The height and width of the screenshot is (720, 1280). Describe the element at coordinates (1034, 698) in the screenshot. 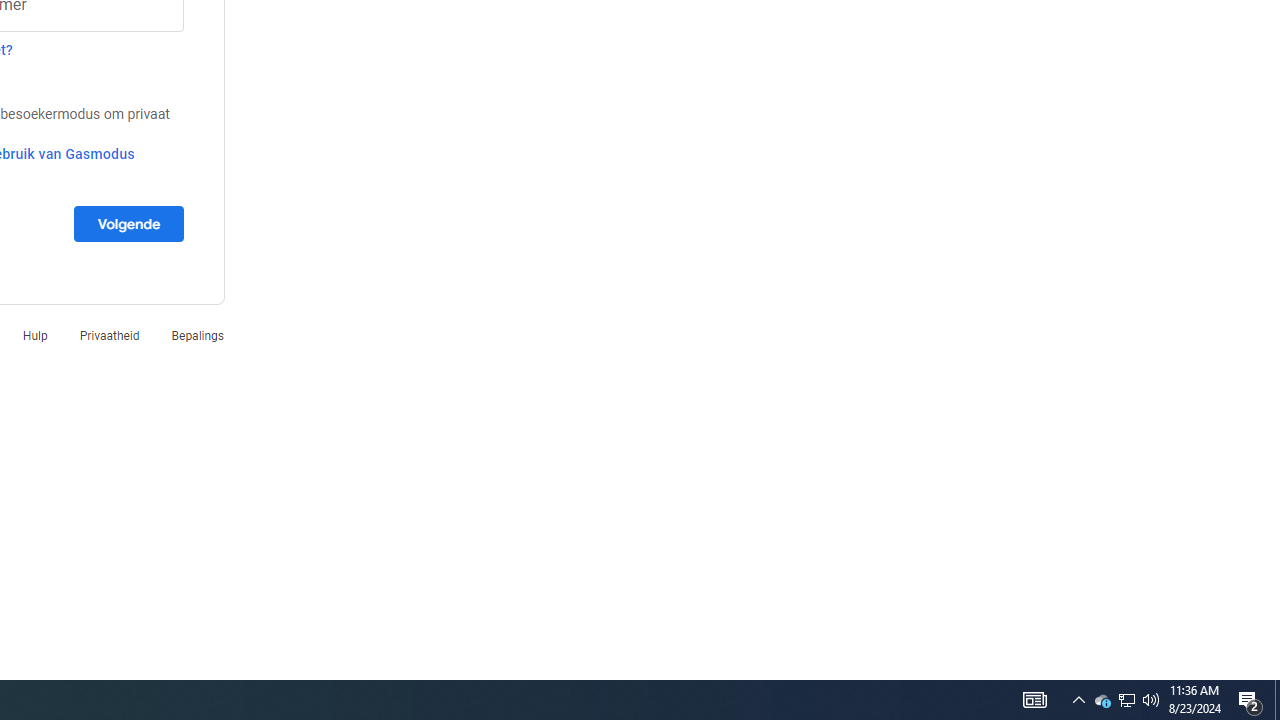

I see `'AutomationID: 4105'` at that location.